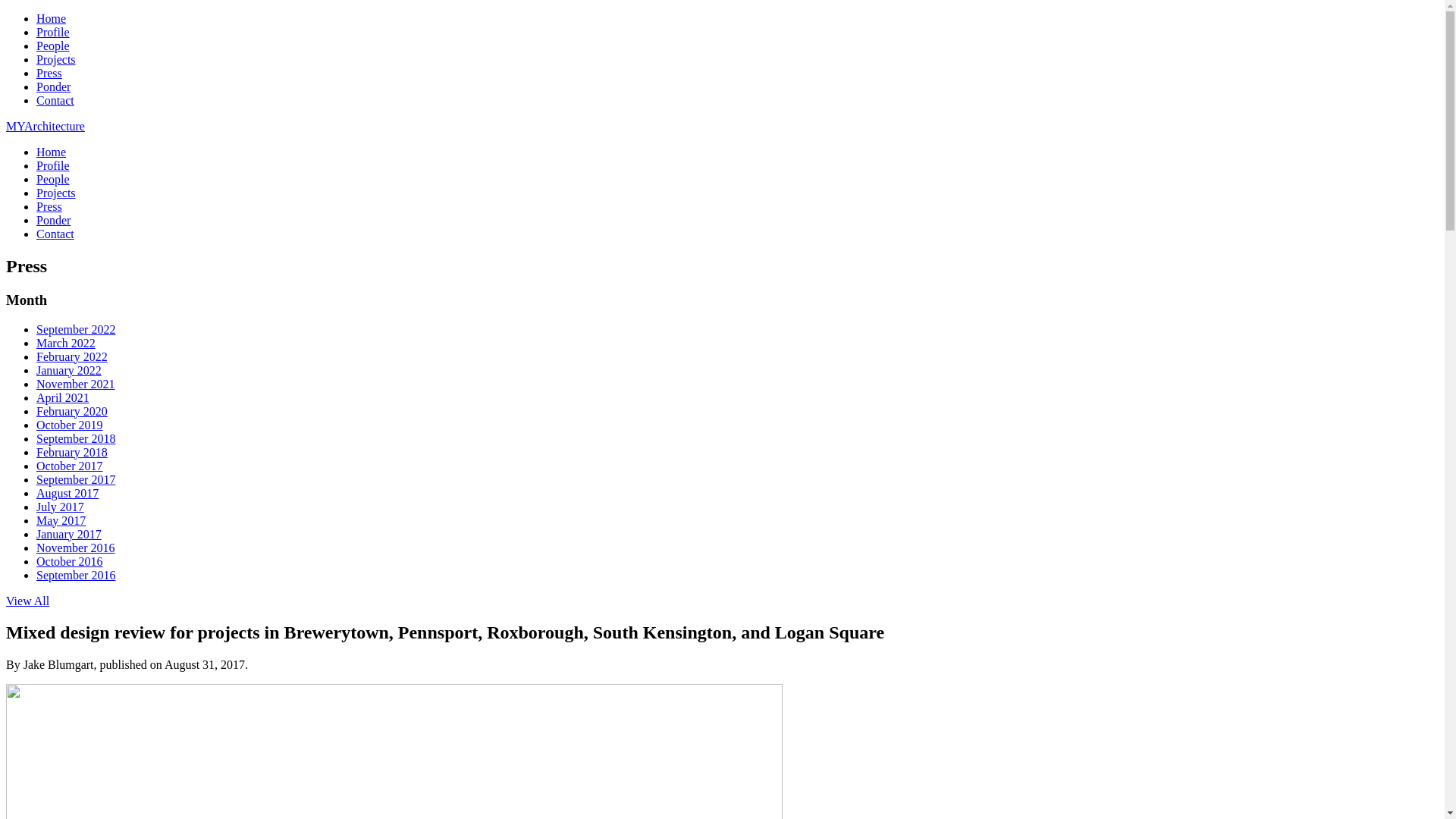 This screenshot has height=819, width=1456. I want to click on 'November 2016', so click(75, 548).